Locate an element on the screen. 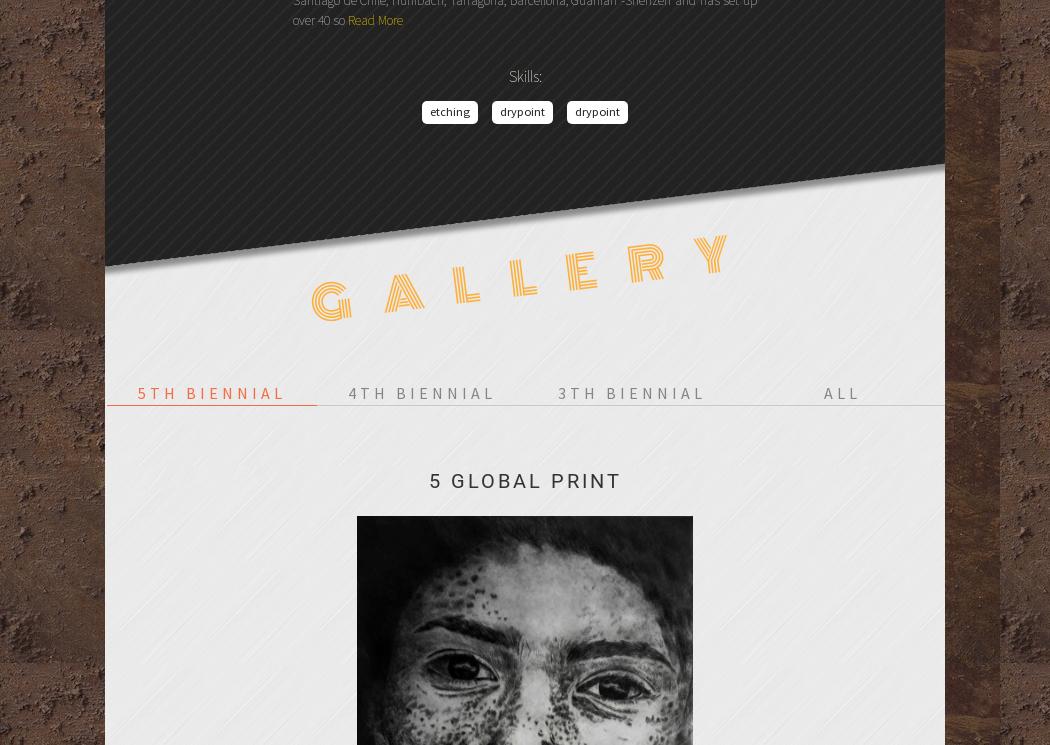 Image resolution: width=1050 pixels, height=745 pixels. 'etching' is located at coordinates (450, 110).